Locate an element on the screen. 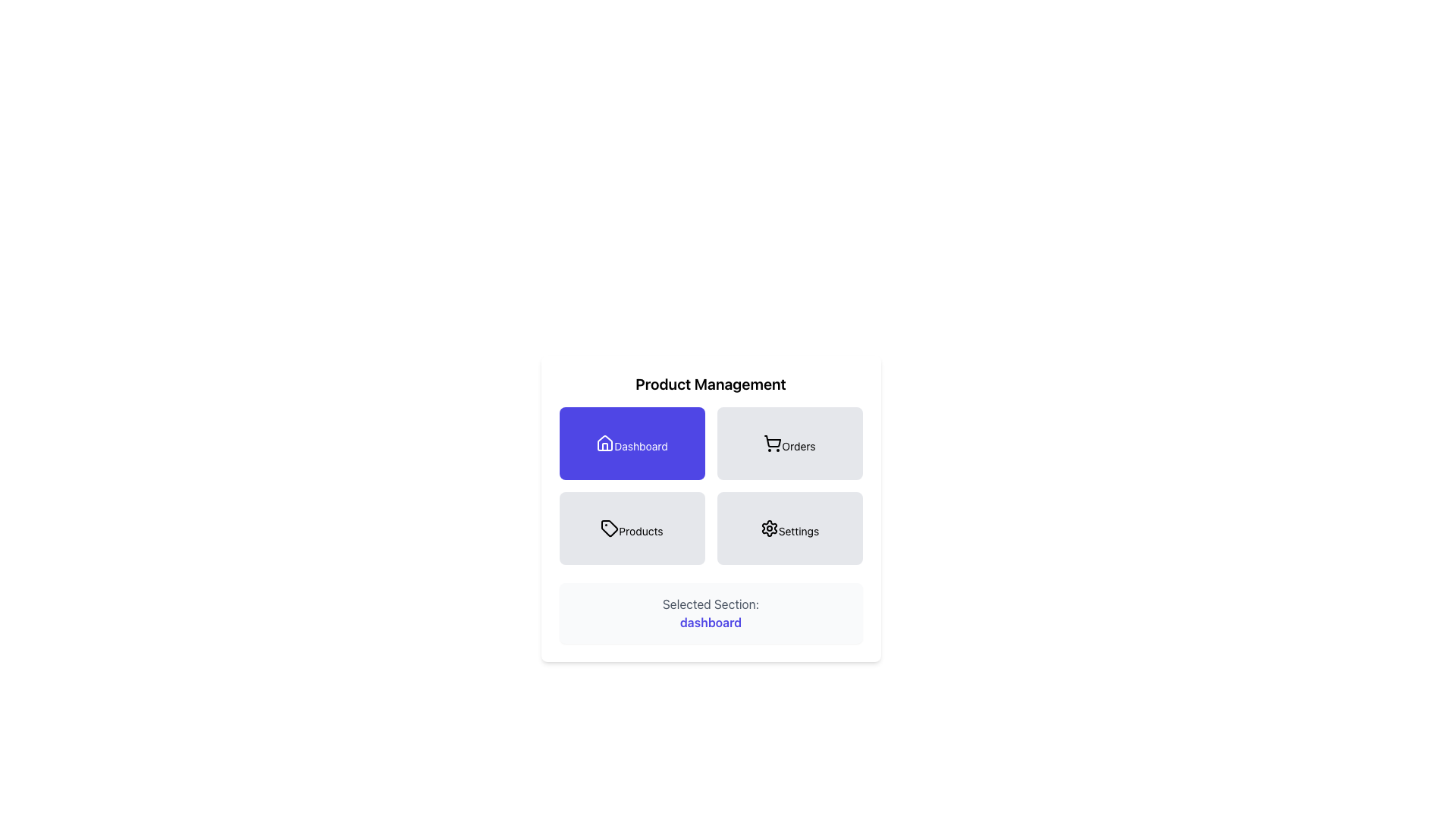 The width and height of the screenshot is (1456, 819). the Text Label that indicates the context for the 'dashboard' section, located at the bottom of the interface, specifically above the word 'dashboard' is located at coordinates (710, 604).